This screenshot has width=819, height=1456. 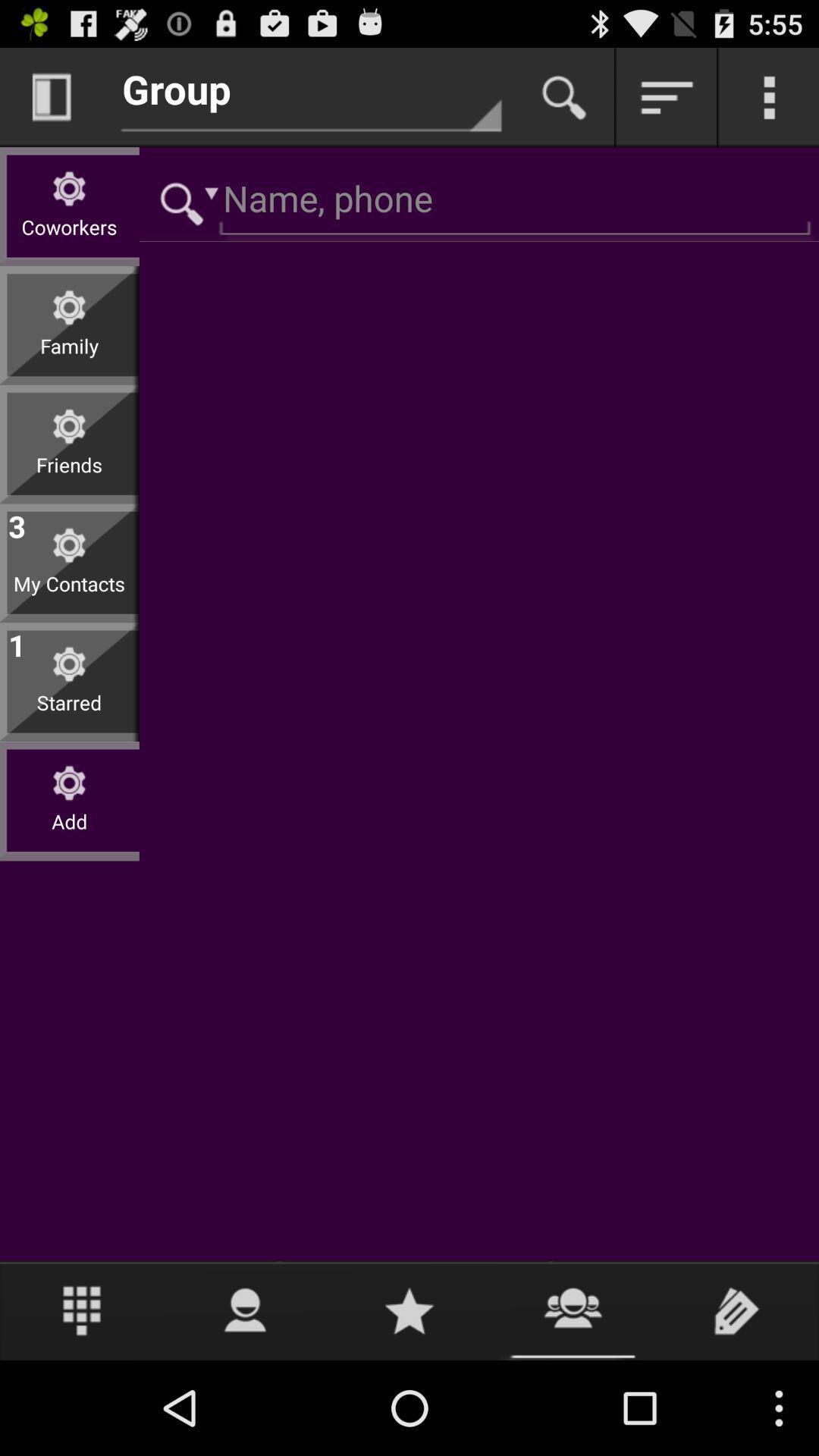 I want to click on search, so click(x=182, y=200).